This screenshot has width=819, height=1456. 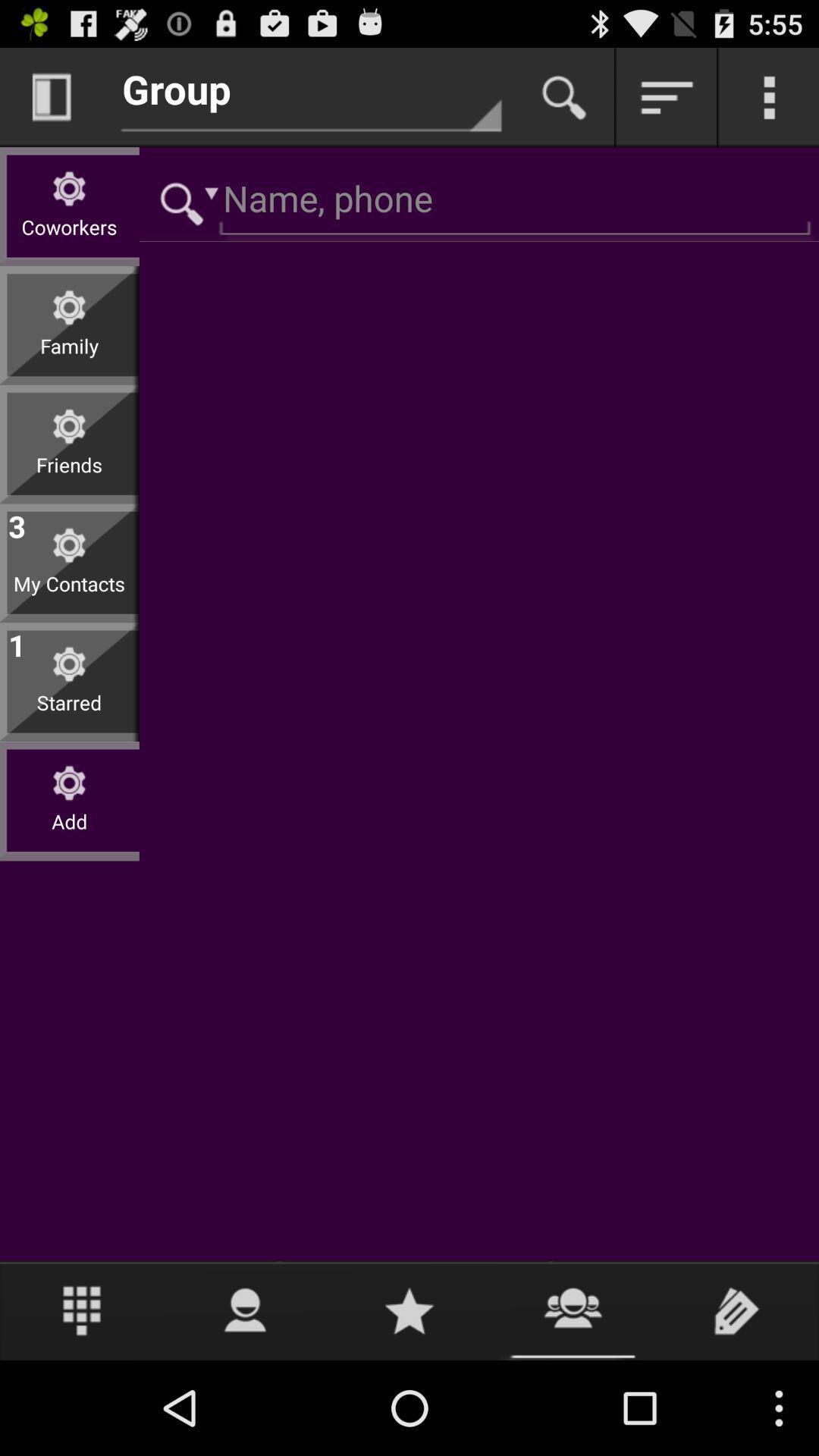 I want to click on search, so click(x=182, y=200).